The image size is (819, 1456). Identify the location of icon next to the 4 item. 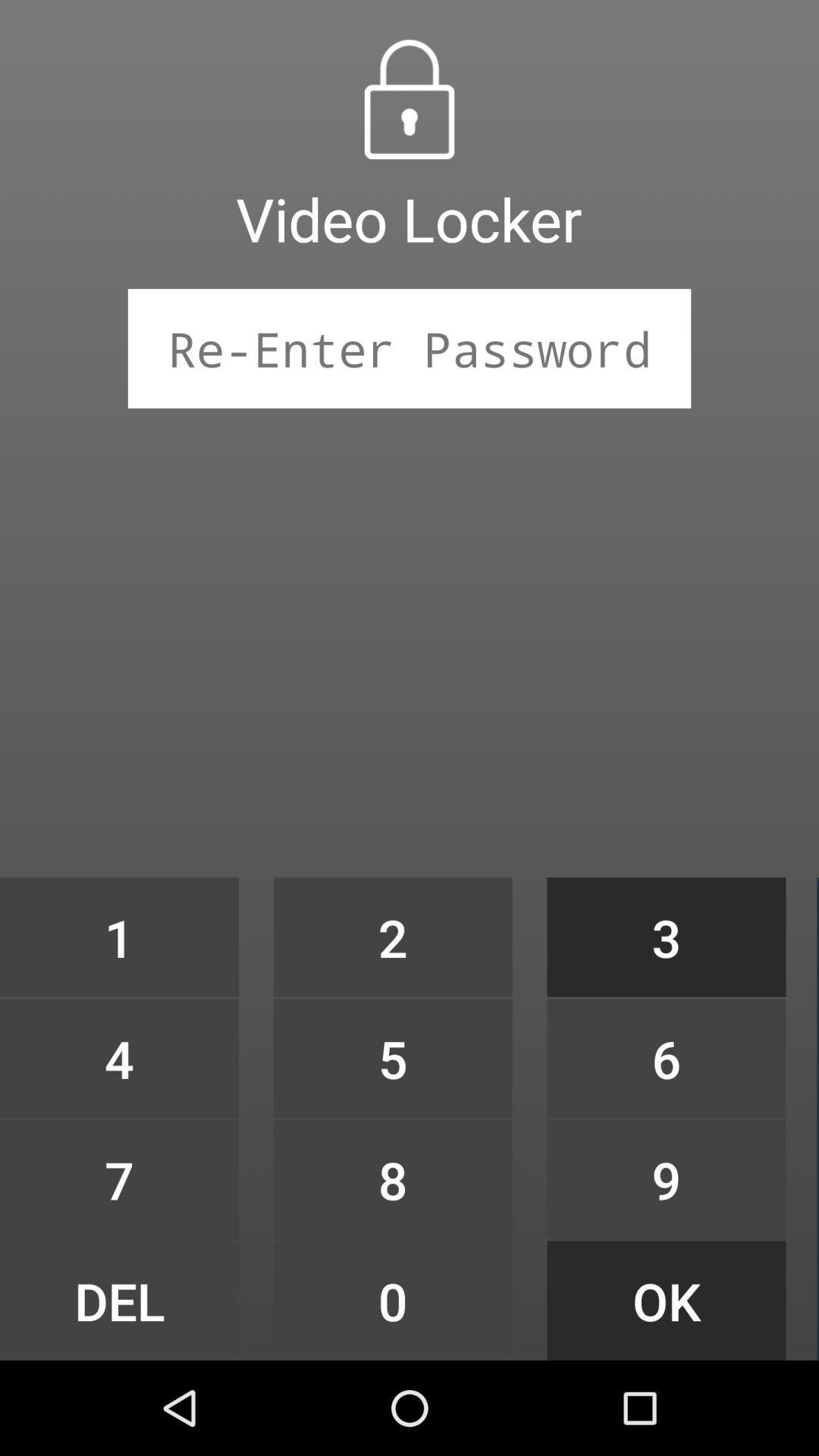
(392, 1178).